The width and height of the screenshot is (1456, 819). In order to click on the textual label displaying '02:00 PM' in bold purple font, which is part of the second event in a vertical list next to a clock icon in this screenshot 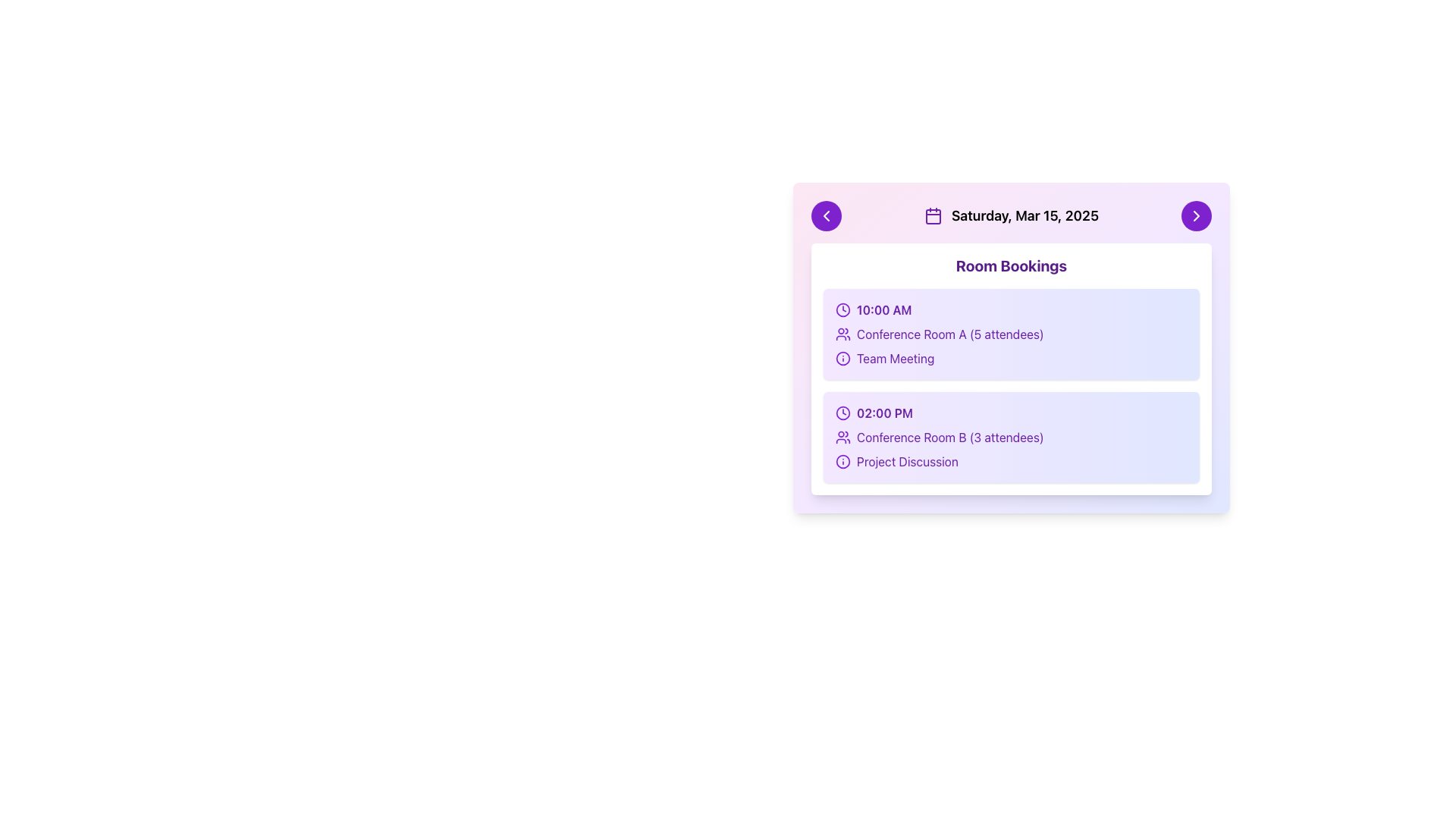, I will do `click(884, 413)`.